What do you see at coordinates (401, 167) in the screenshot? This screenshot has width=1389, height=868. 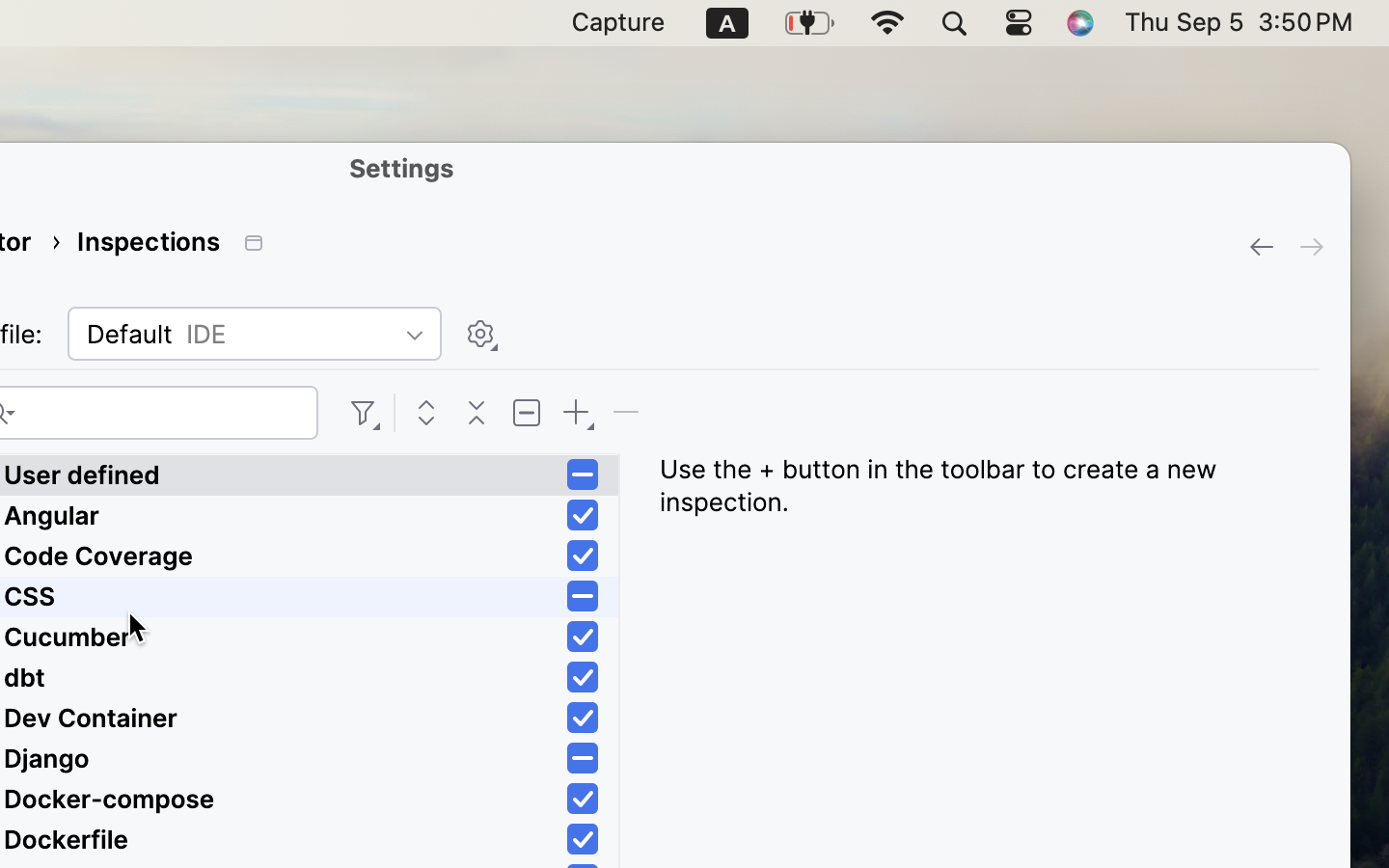 I see `'Settings'` at bounding box center [401, 167].